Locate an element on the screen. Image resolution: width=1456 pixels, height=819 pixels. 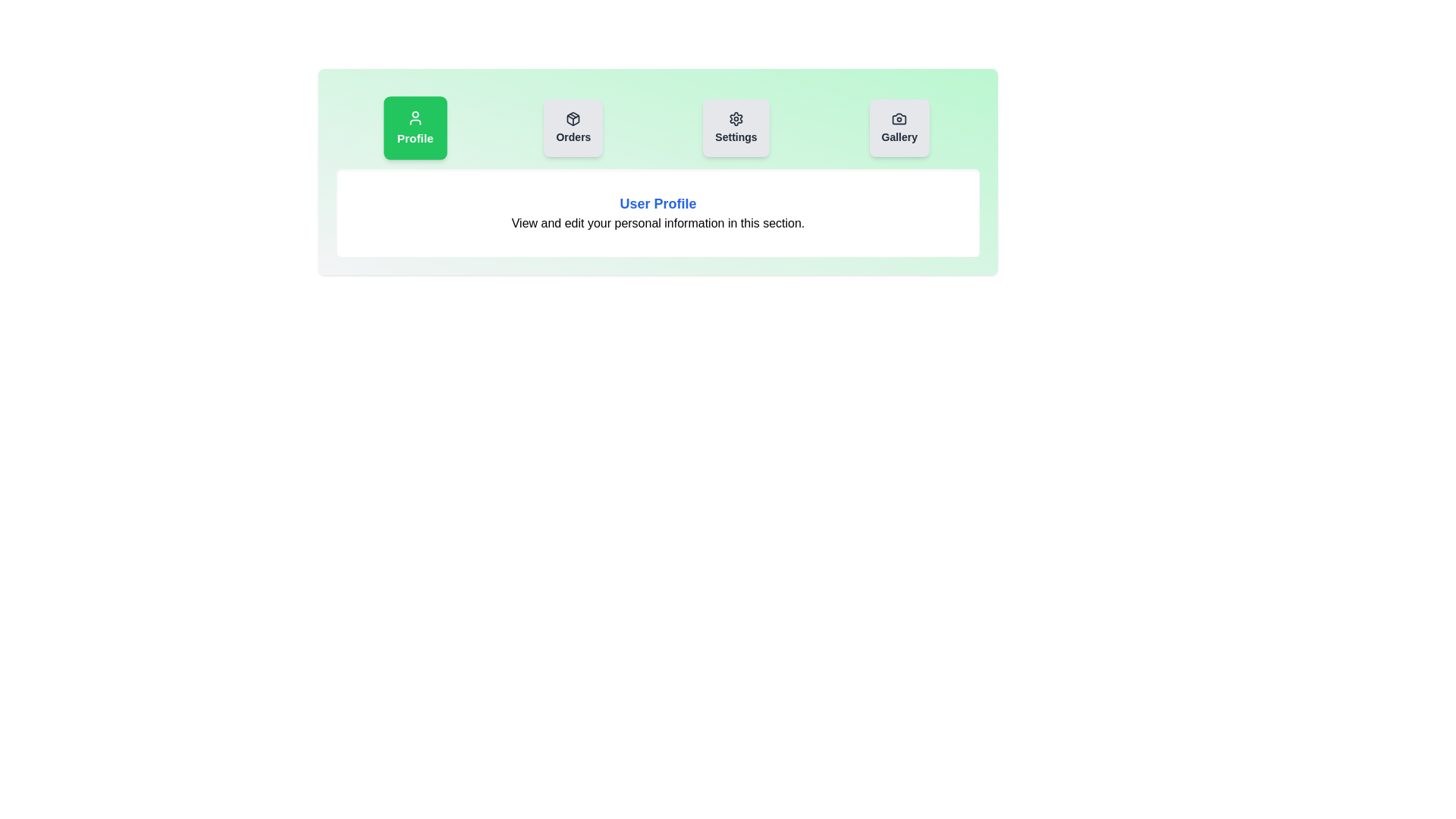
the tab labeled Gallery is located at coordinates (899, 127).